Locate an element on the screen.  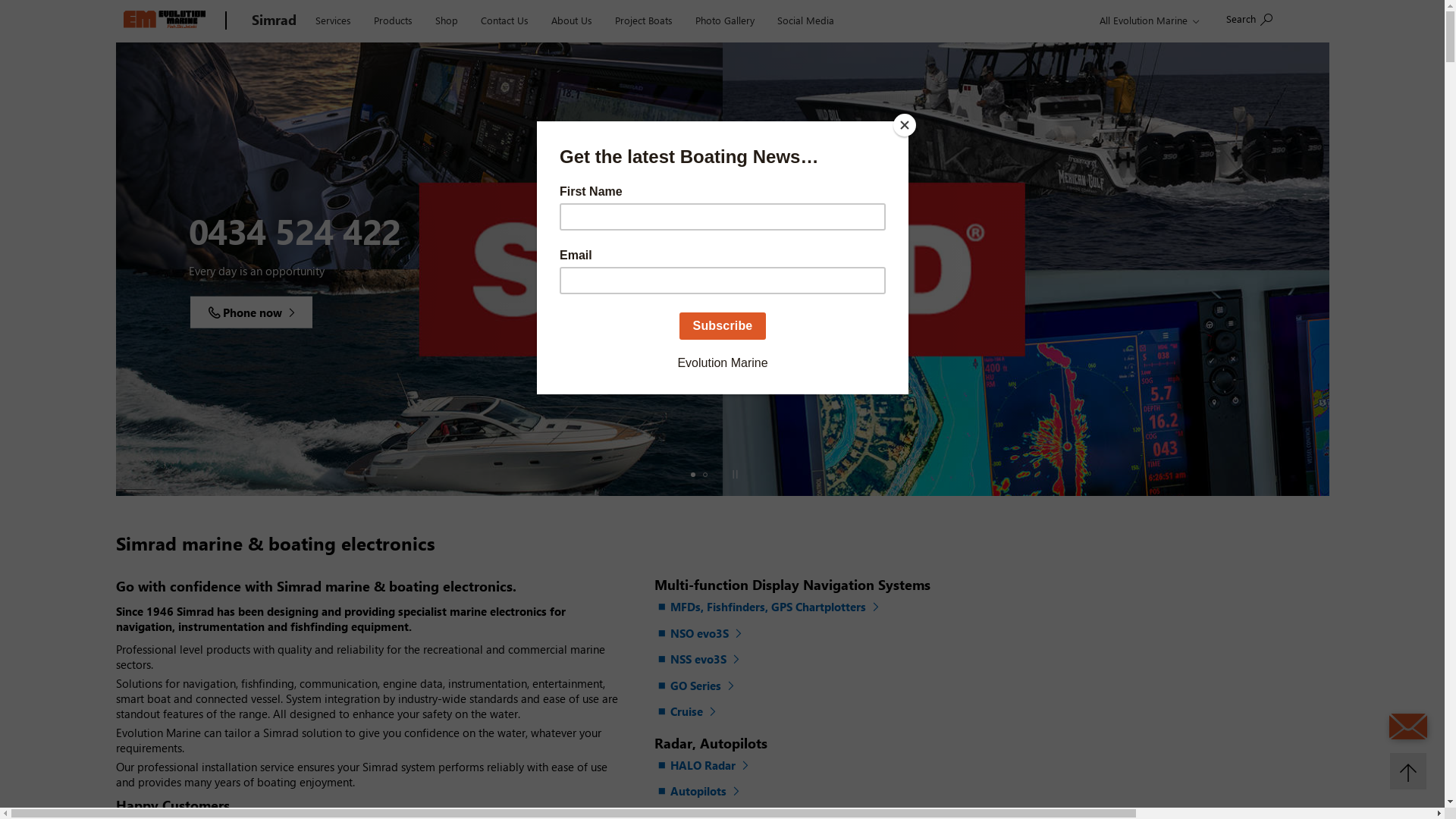
'All Evolution Marine' is located at coordinates (1147, 20).